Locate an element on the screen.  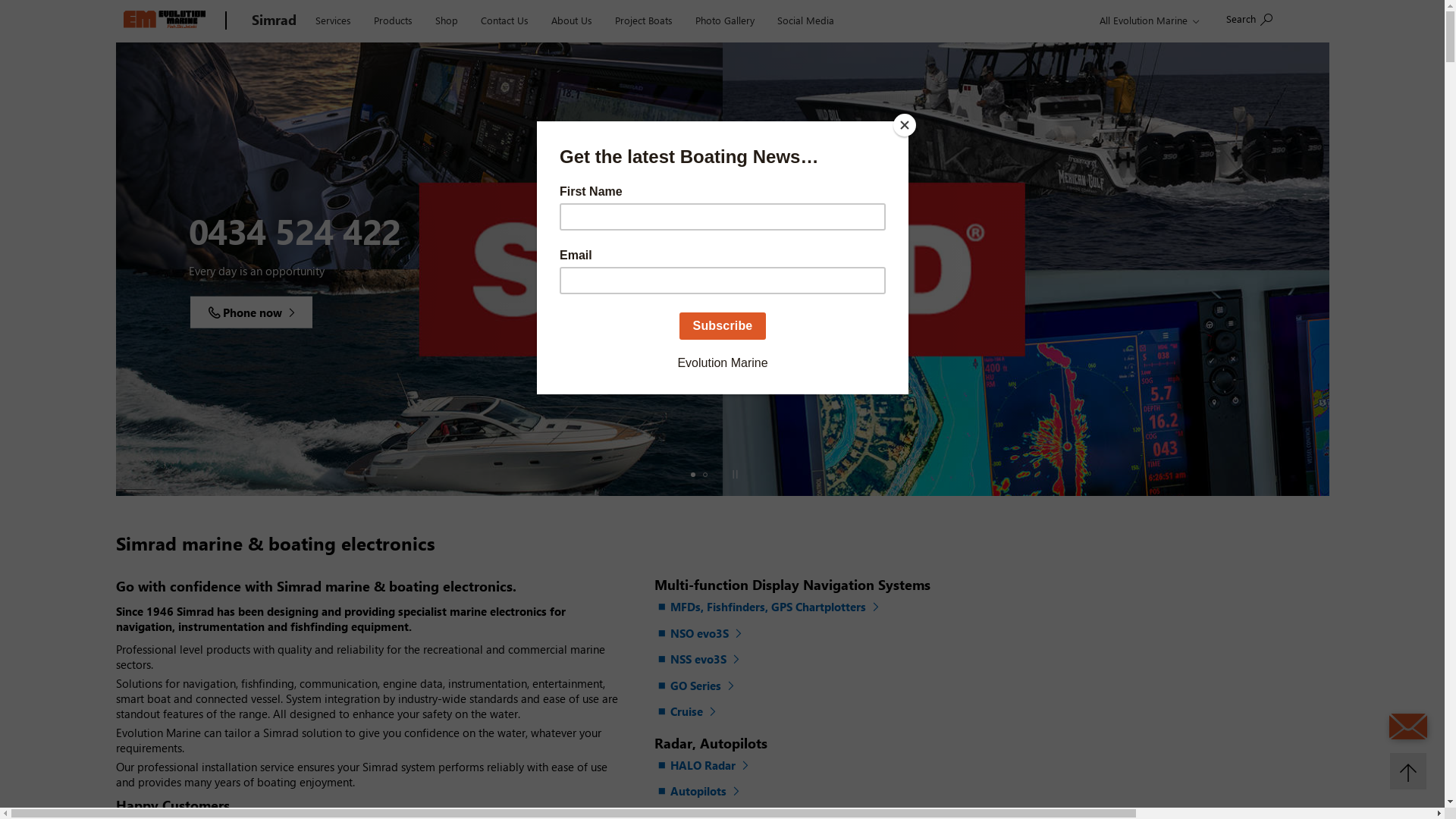
'All Evolution Marine' is located at coordinates (1147, 20).